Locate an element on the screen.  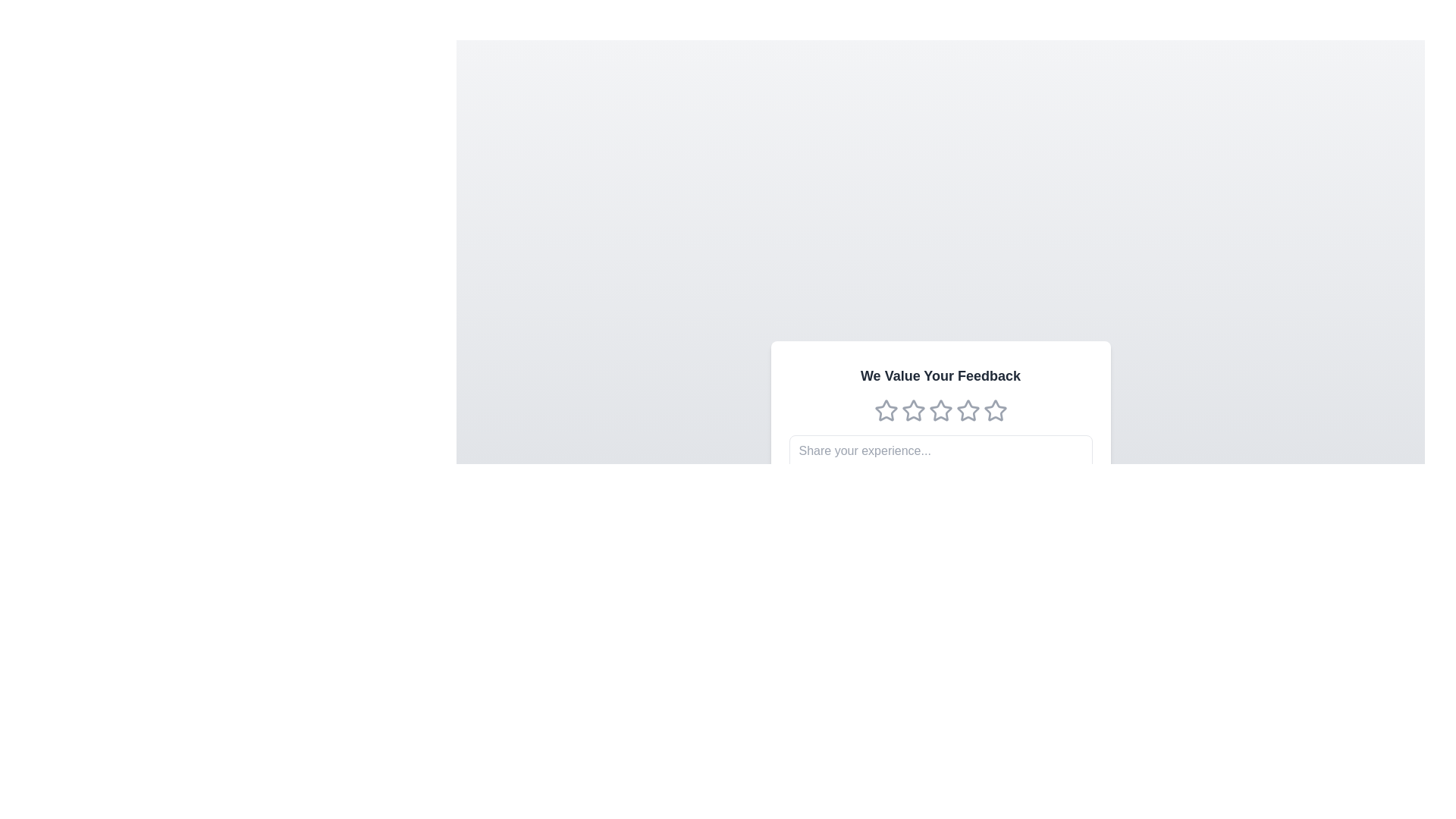
the rightmost Rating Star Icon in the sequence is located at coordinates (995, 411).